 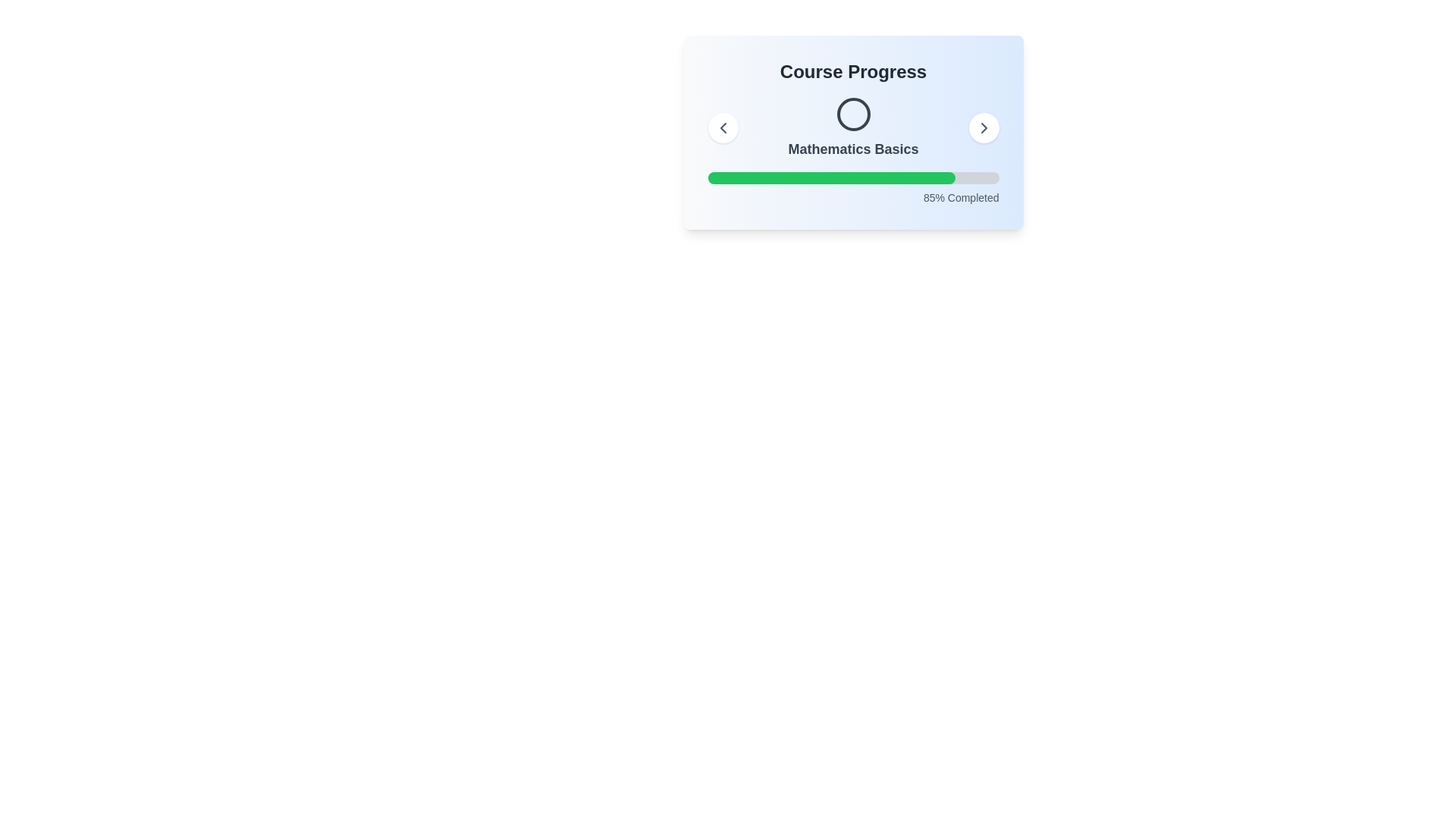 What do you see at coordinates (853, 127) in the screenshot?
I see `text content of the label displaying 'Mathematics Basics', which is a bold dark gray text located centrally below a circular icon` at bounding box center [853, 127].